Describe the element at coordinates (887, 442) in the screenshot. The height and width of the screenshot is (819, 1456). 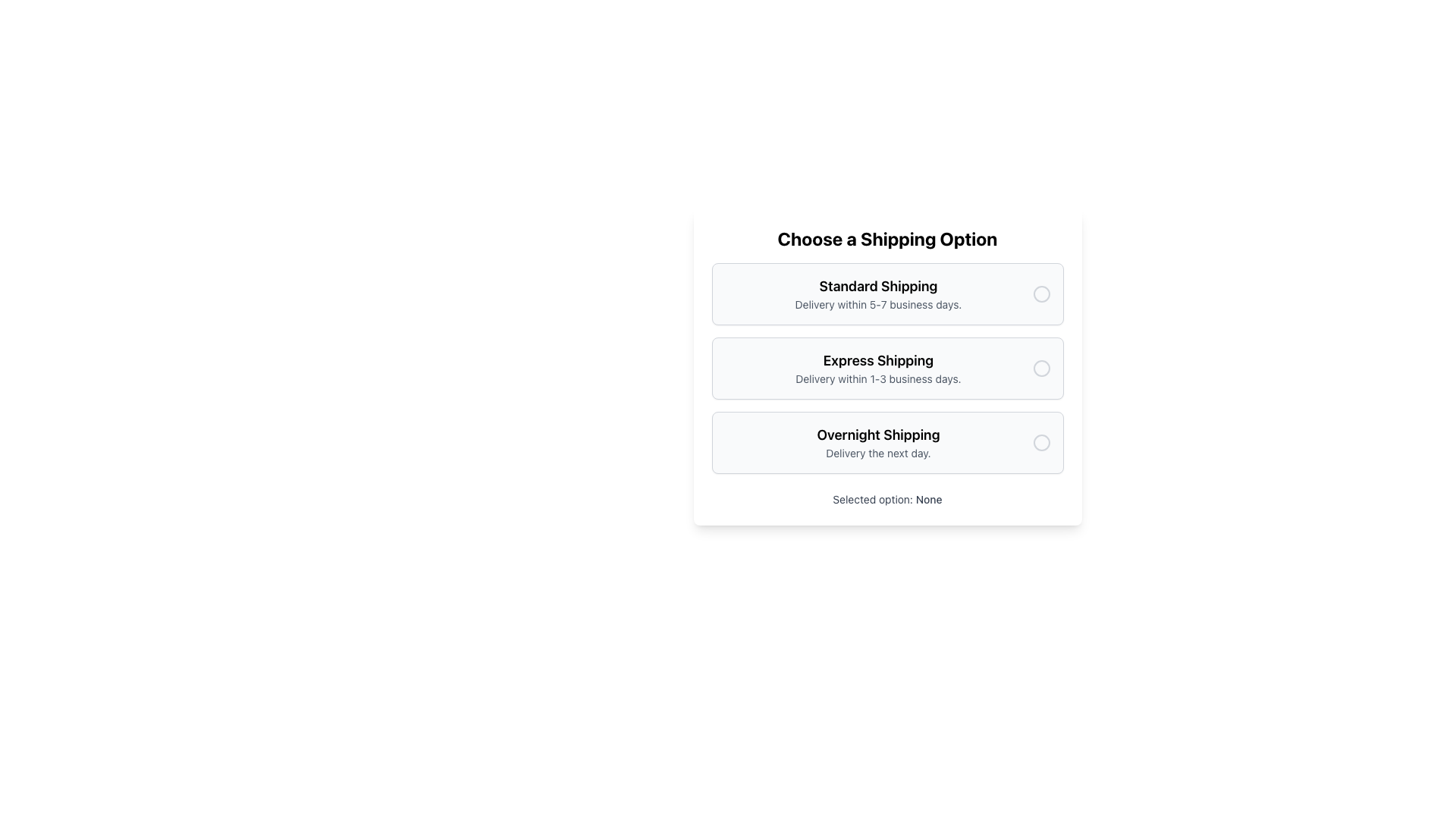
I see `the 'Overnight Shipping' button` at that location.